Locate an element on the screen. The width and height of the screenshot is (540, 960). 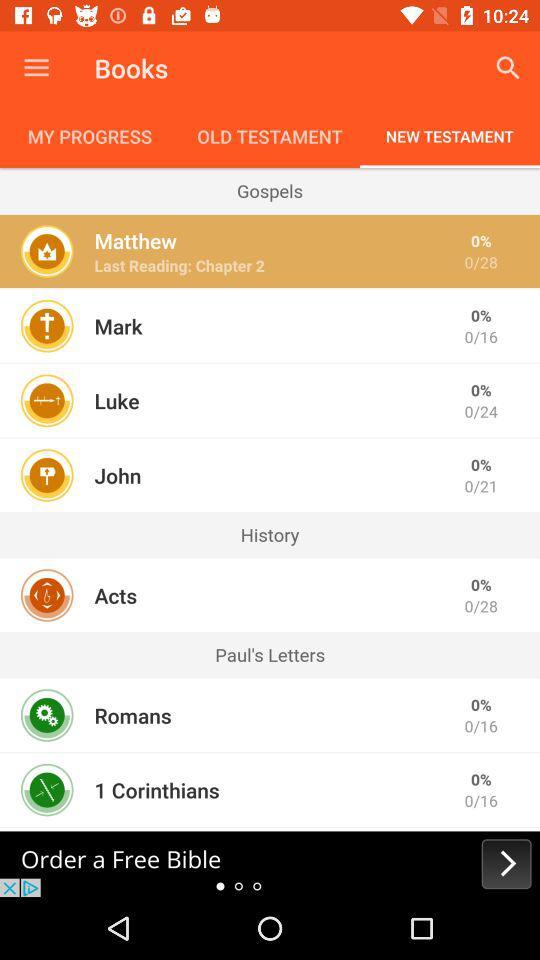
next is located at coordinates (270, 863).